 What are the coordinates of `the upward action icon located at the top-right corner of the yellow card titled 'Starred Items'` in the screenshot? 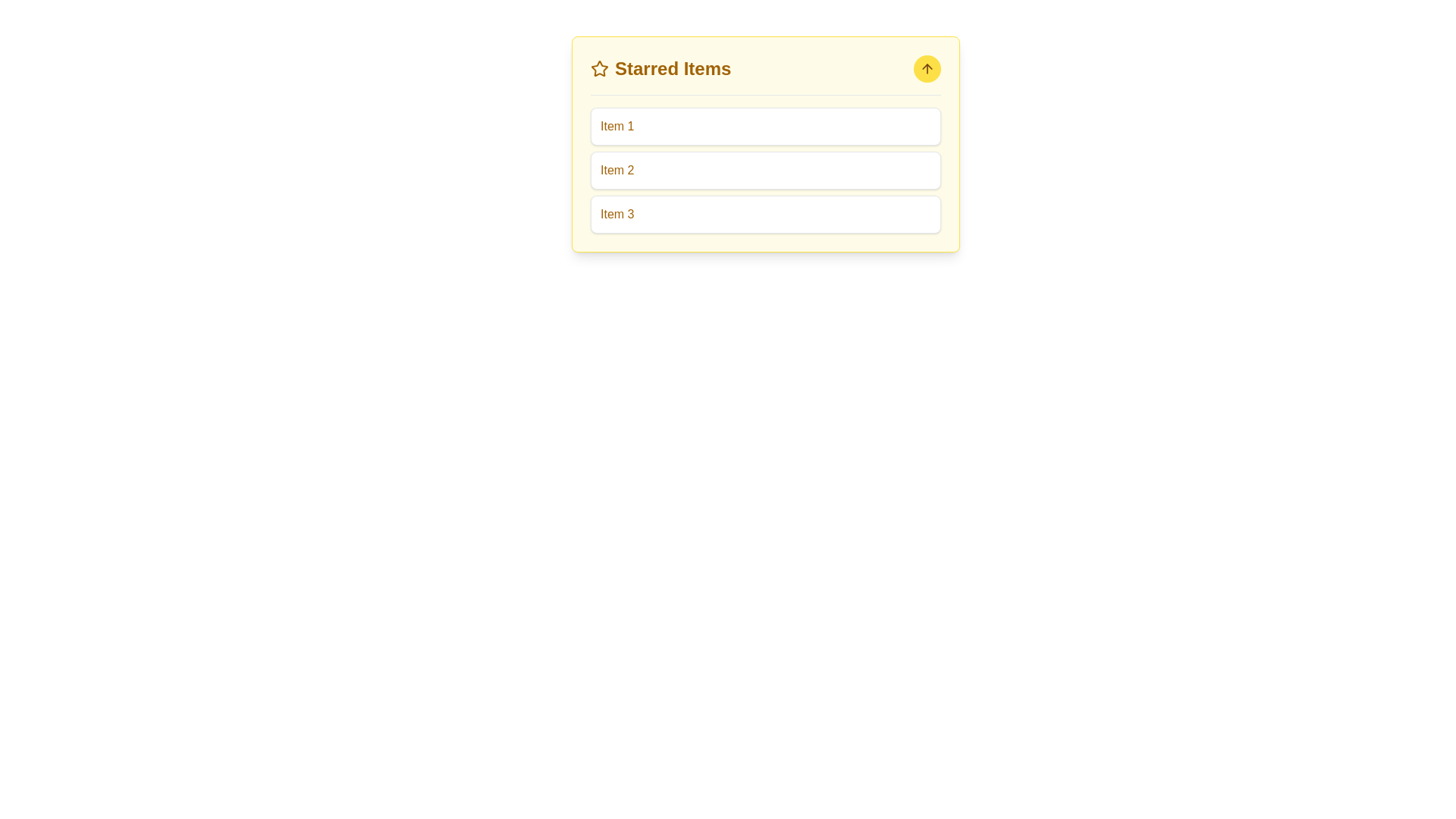 It's located at (927, 69).